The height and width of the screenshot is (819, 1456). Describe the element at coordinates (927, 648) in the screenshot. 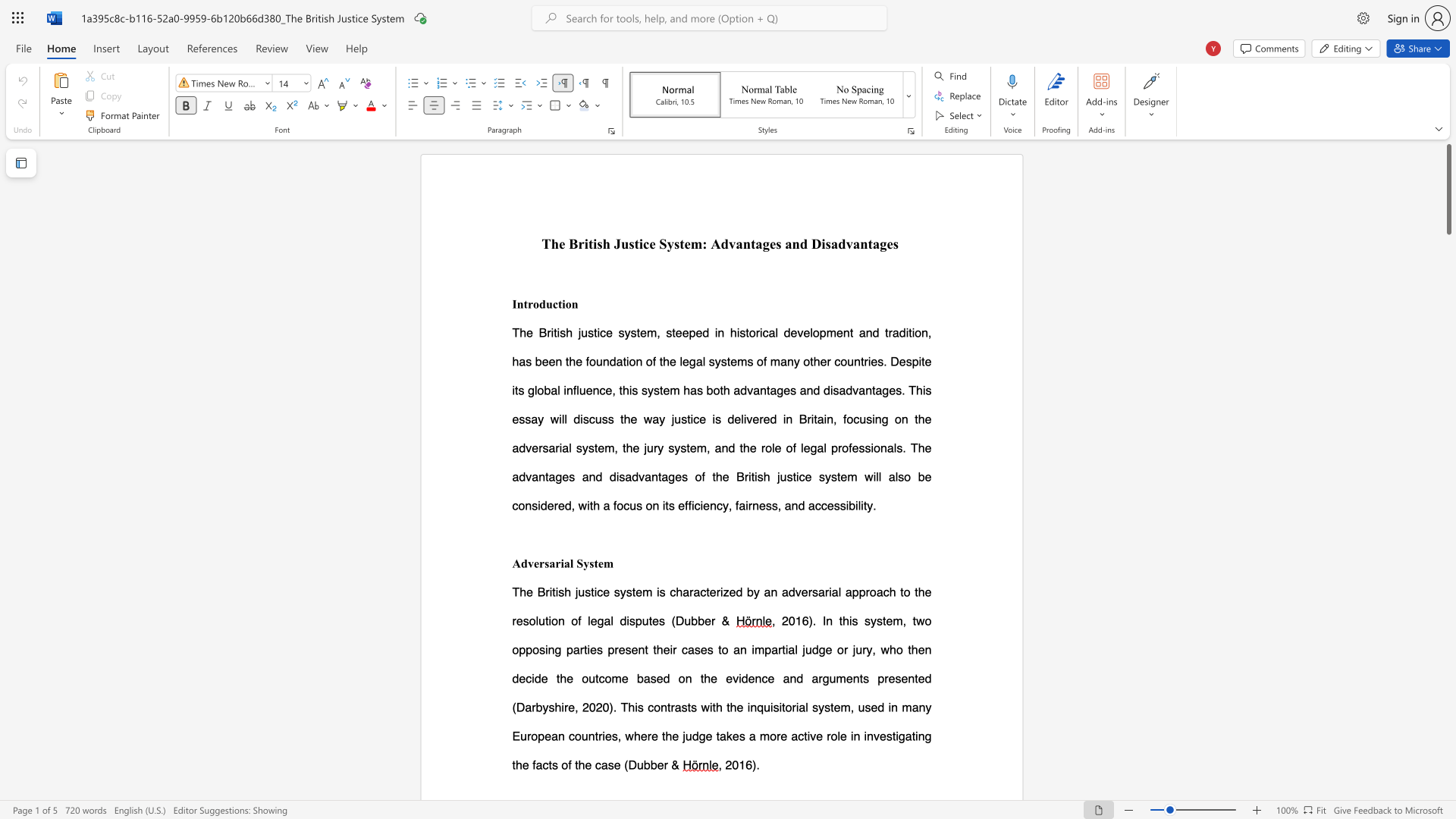

I see `the 5th character "n" in the text` at that location.